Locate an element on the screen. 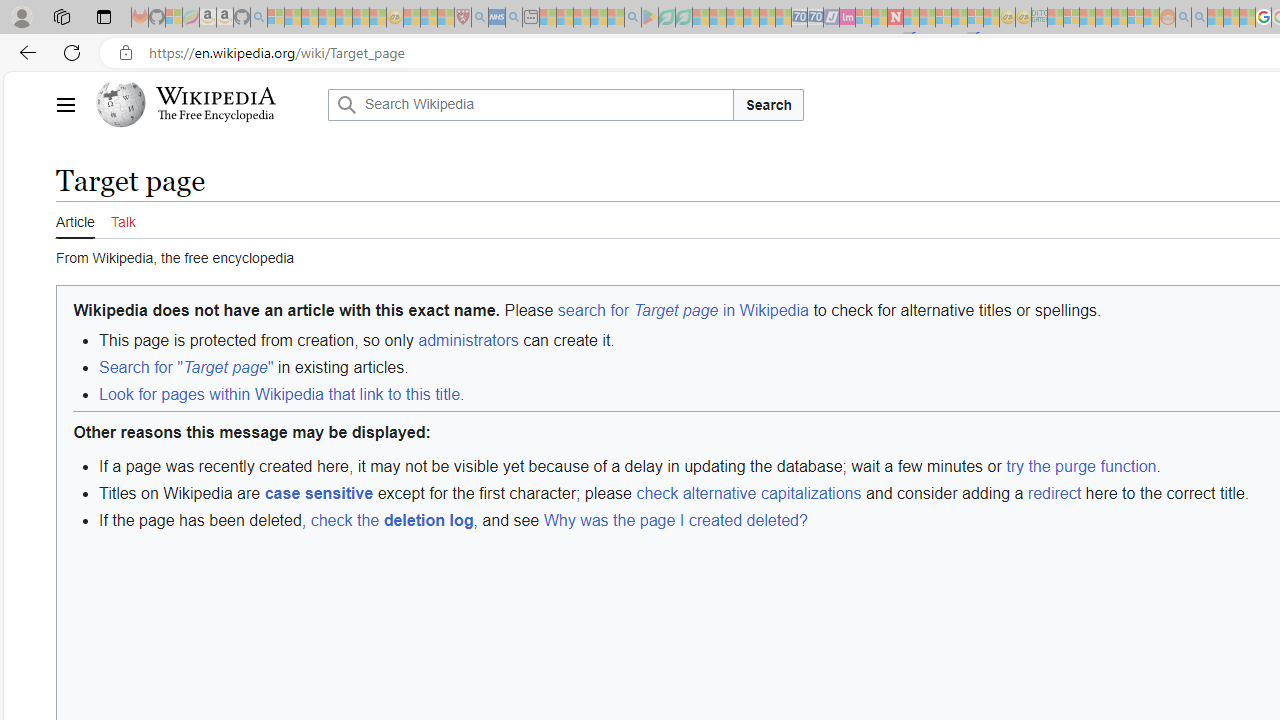  'Why was the page I created deleted?' is located at coordinates (675, 519).